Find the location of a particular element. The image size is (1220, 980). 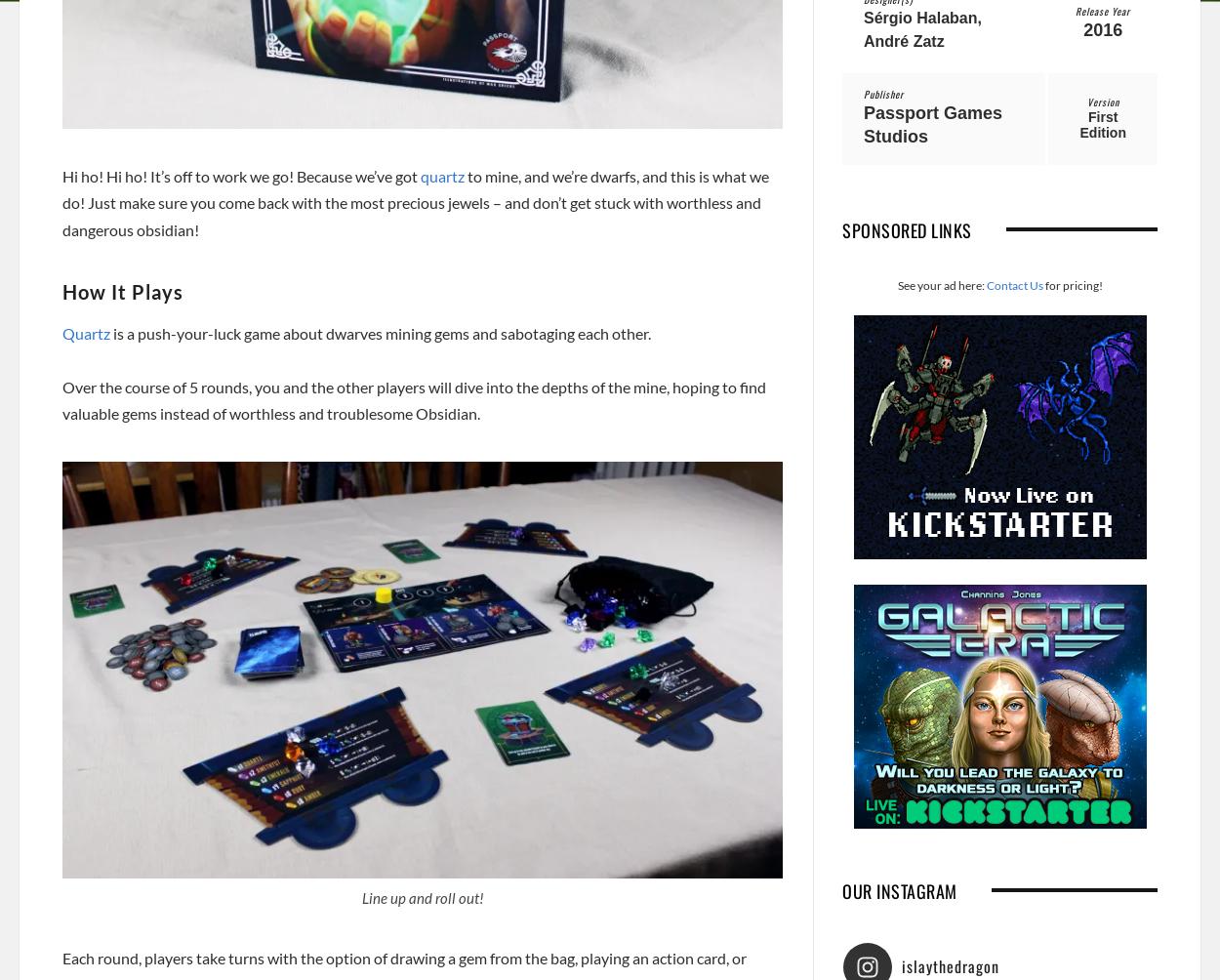

'Sérgio Halaban, André Zatz' is located at coordinates (921, 28).